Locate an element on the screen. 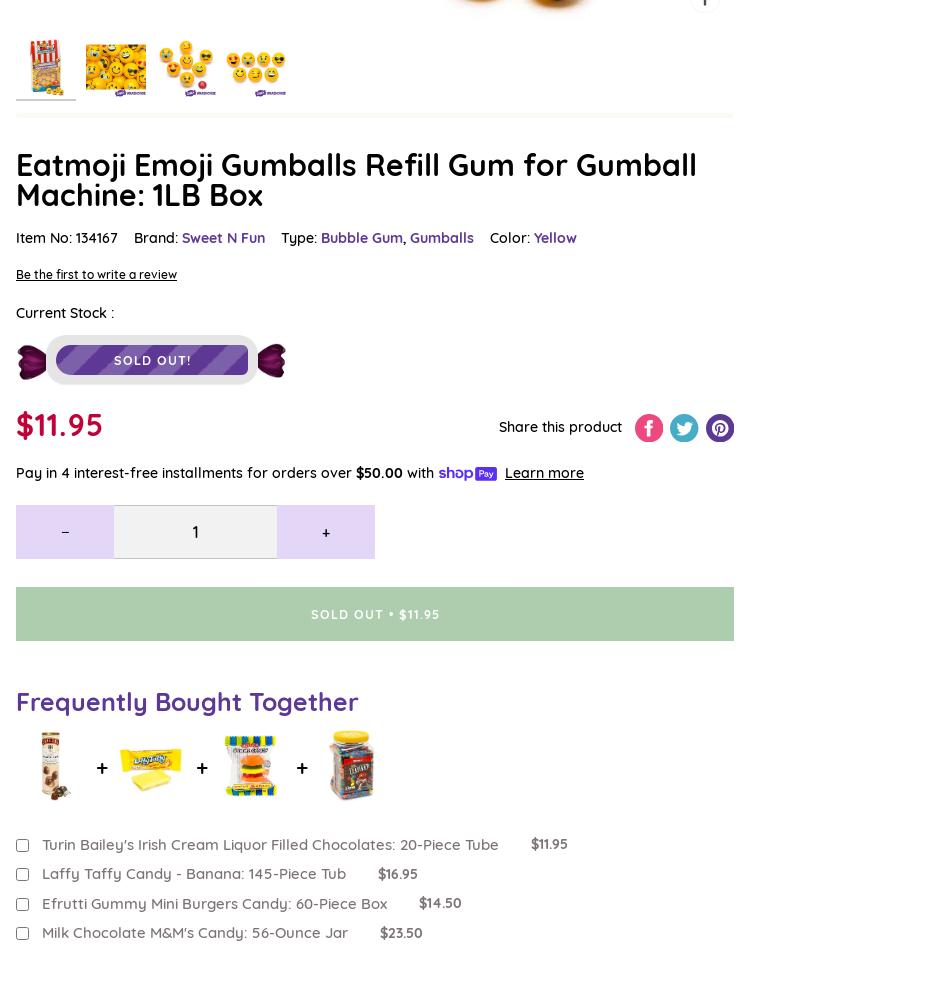 The image size is (926, 985). 'Wedding Candy' is located at coordinates (68, 326).